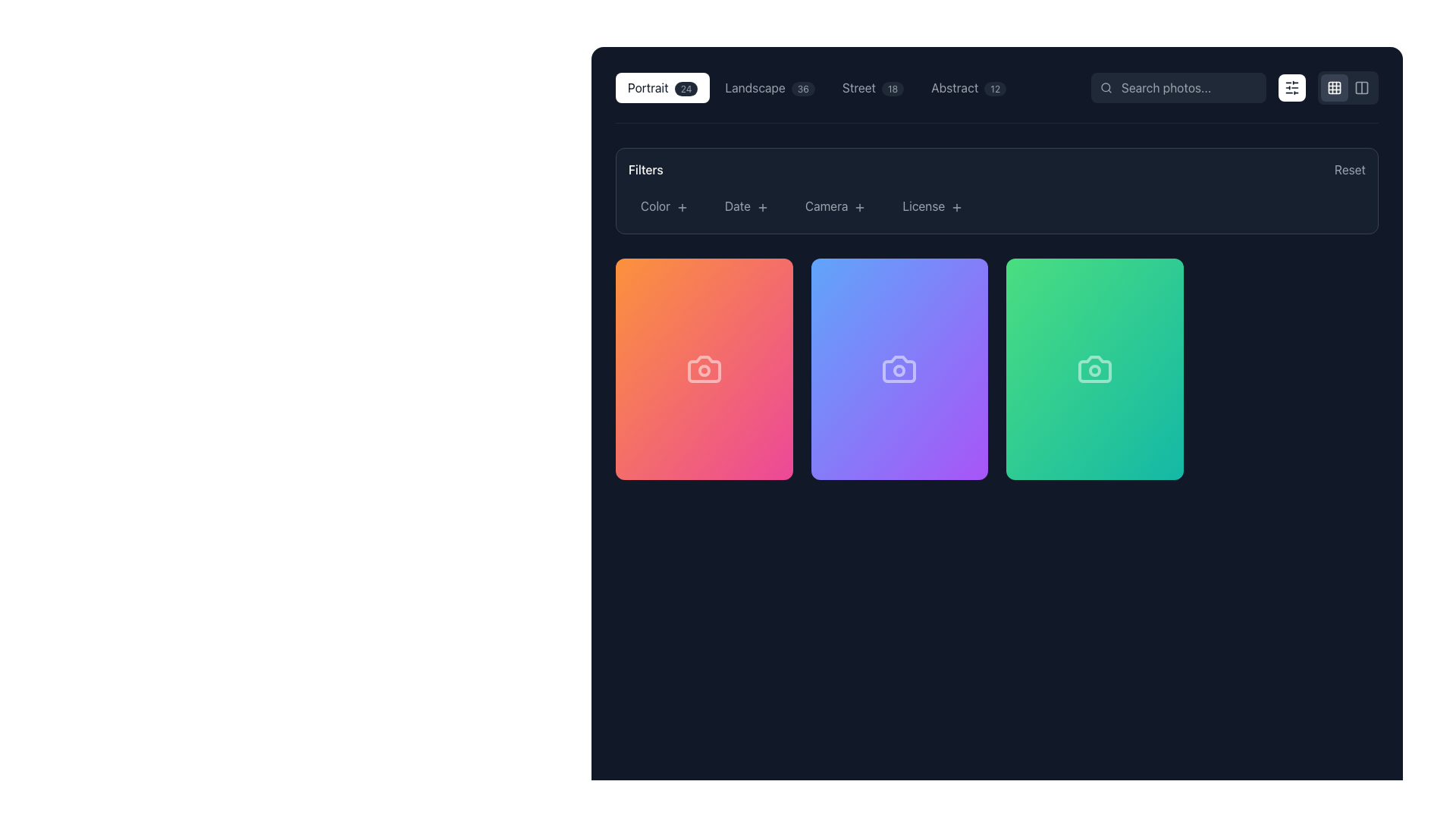  I want to click on the camera icon located on the rightmost card in a row of three, which is centered horizontally and vertically aligned within the green card, so click(1094, 369).